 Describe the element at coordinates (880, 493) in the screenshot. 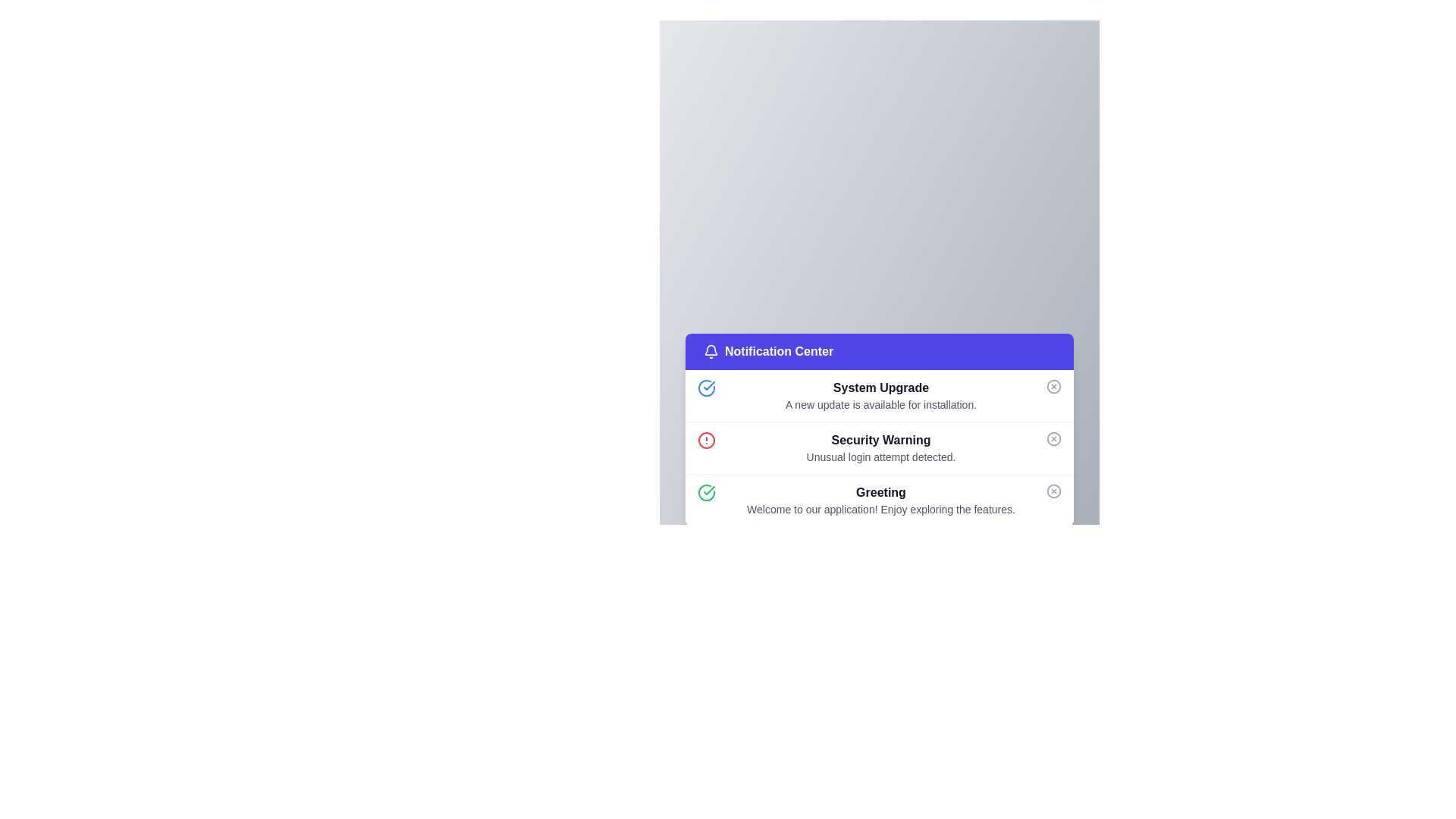

I see `heading label located at the bottom-center of the interface, which serves as the title for the associated informational content underneath it` at that location.